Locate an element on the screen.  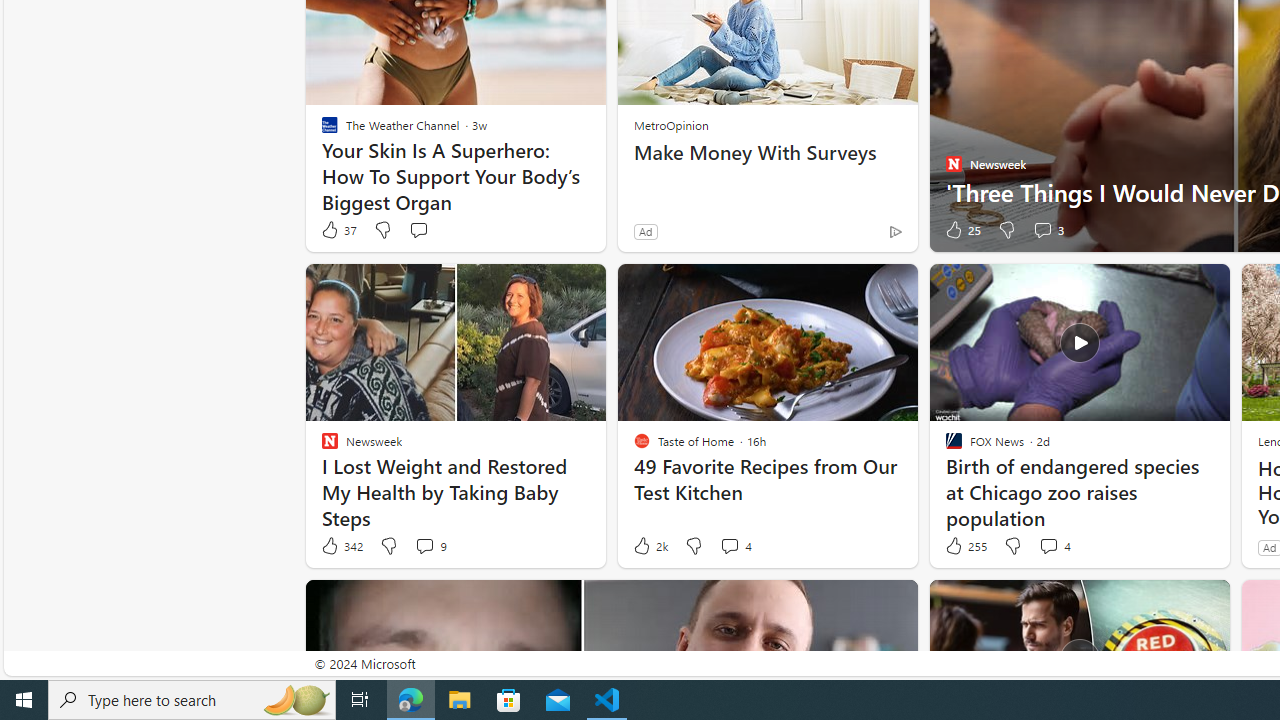
'25 Like' is located at coordinates (961, 229).